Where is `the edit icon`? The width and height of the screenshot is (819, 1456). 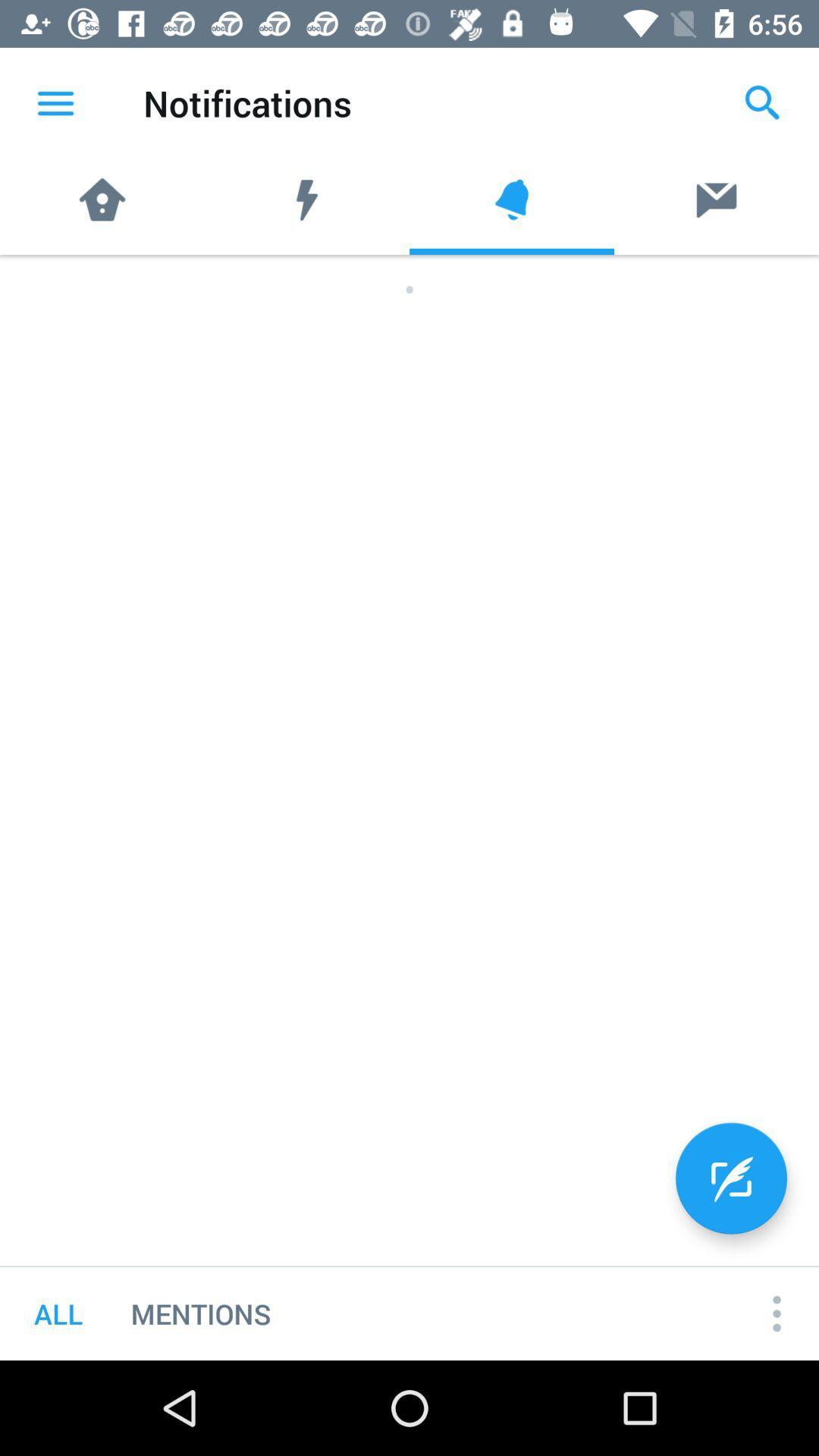 the edit icon is located at coordinates (730, 1178).